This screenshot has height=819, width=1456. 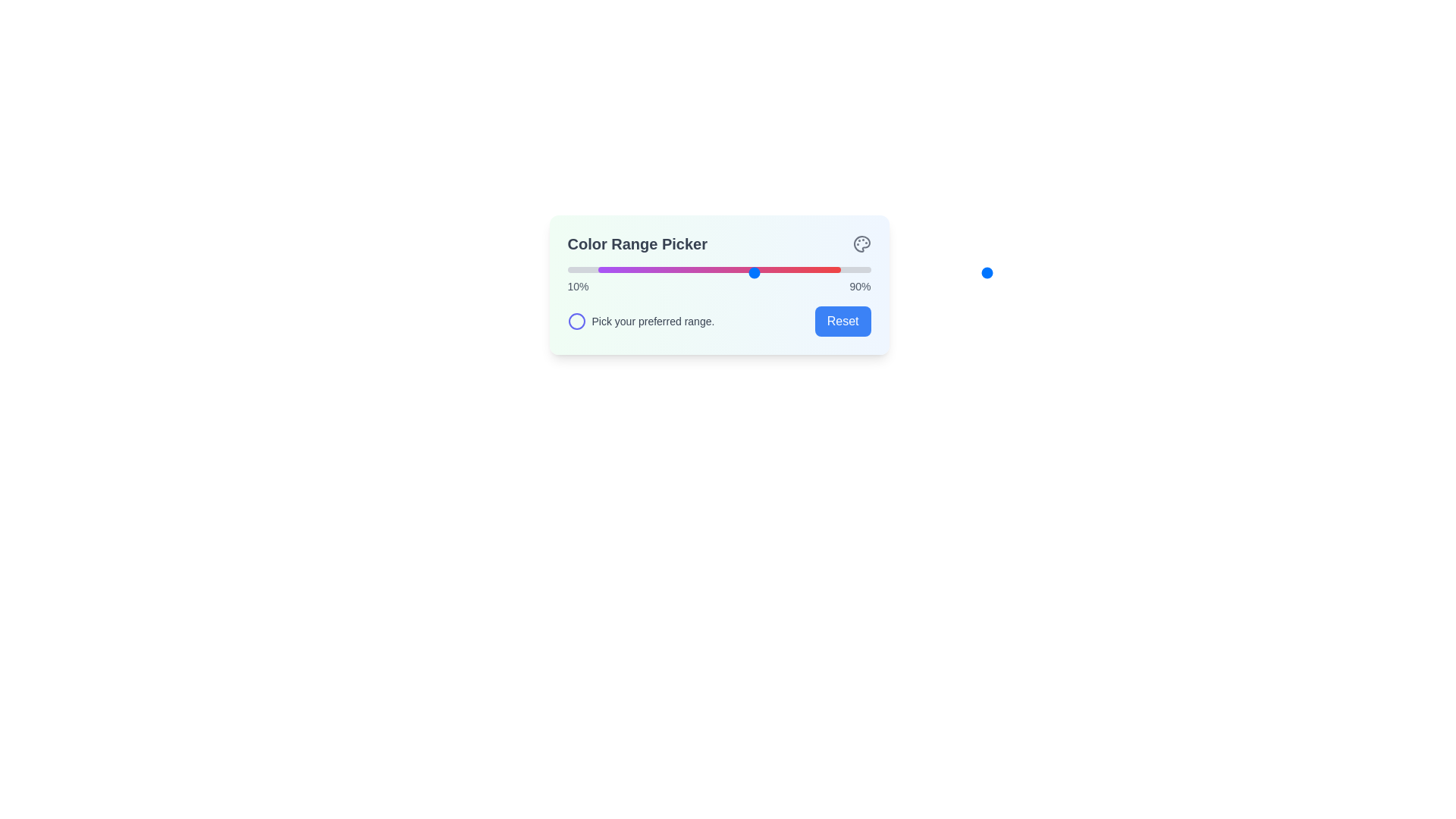 I want to click on the slider value, so click(x=854, y=268).